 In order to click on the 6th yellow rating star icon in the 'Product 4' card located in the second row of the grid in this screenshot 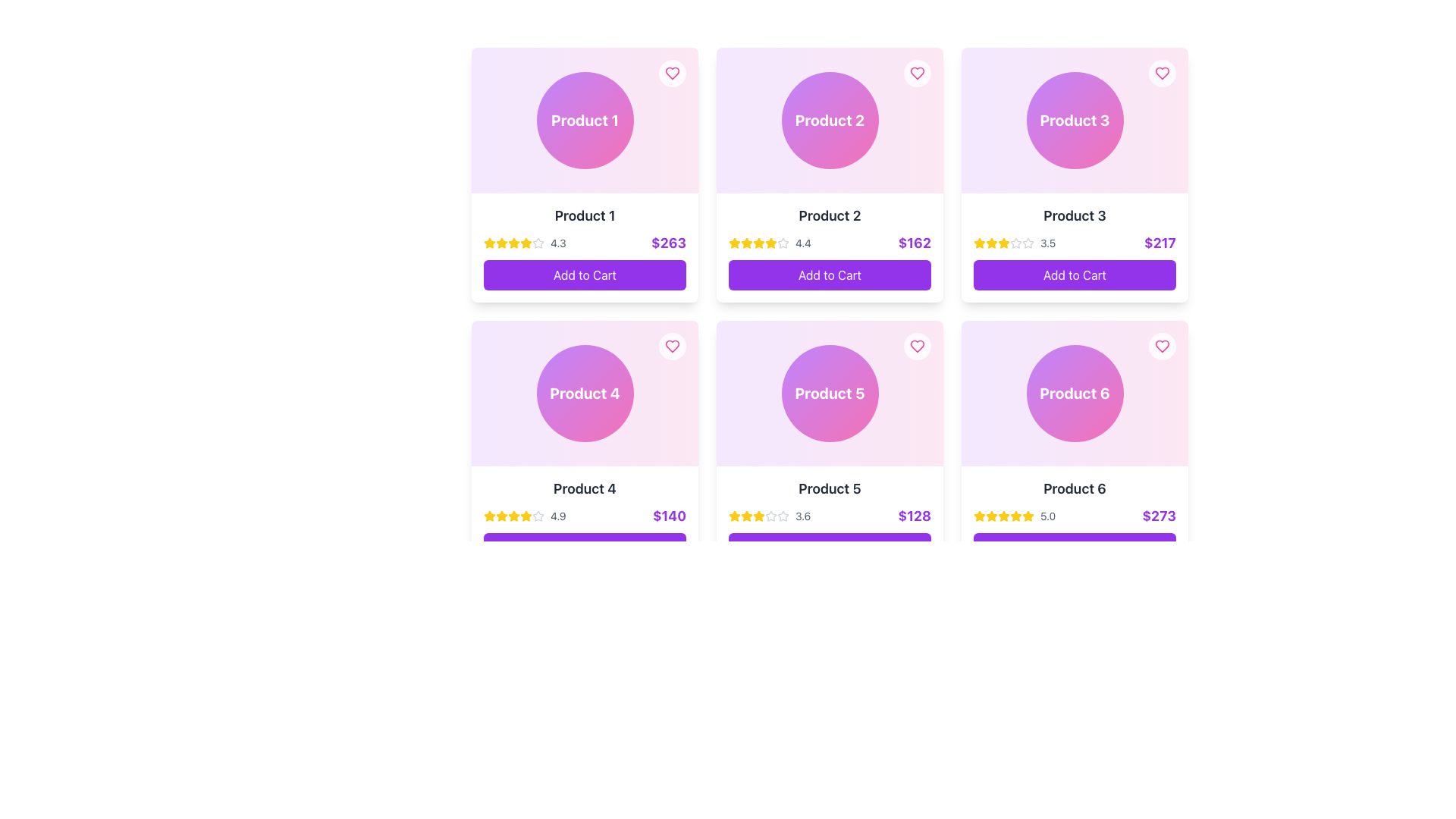, I will do `click(526, 516)`.